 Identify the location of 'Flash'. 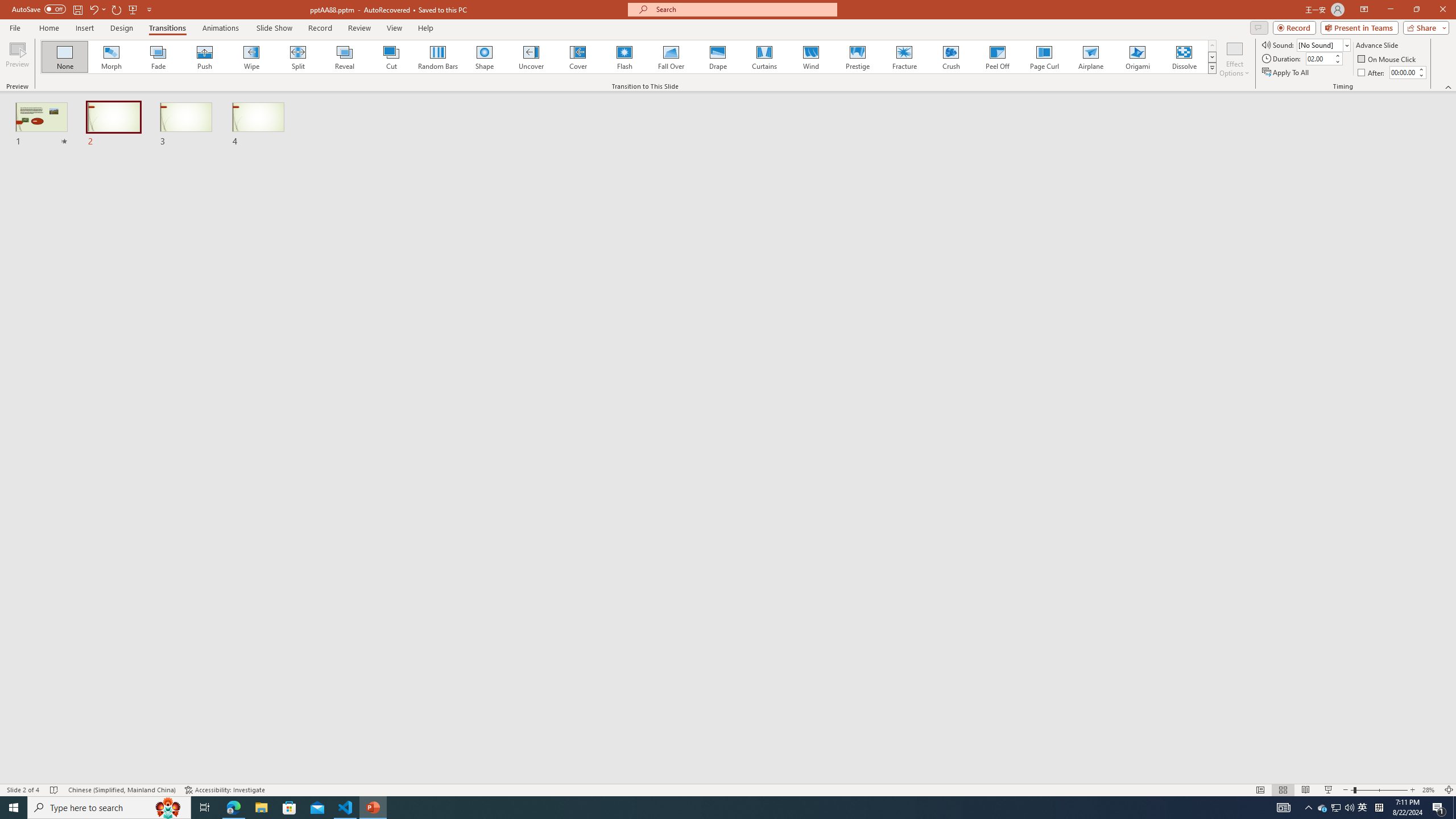
(624, 56).